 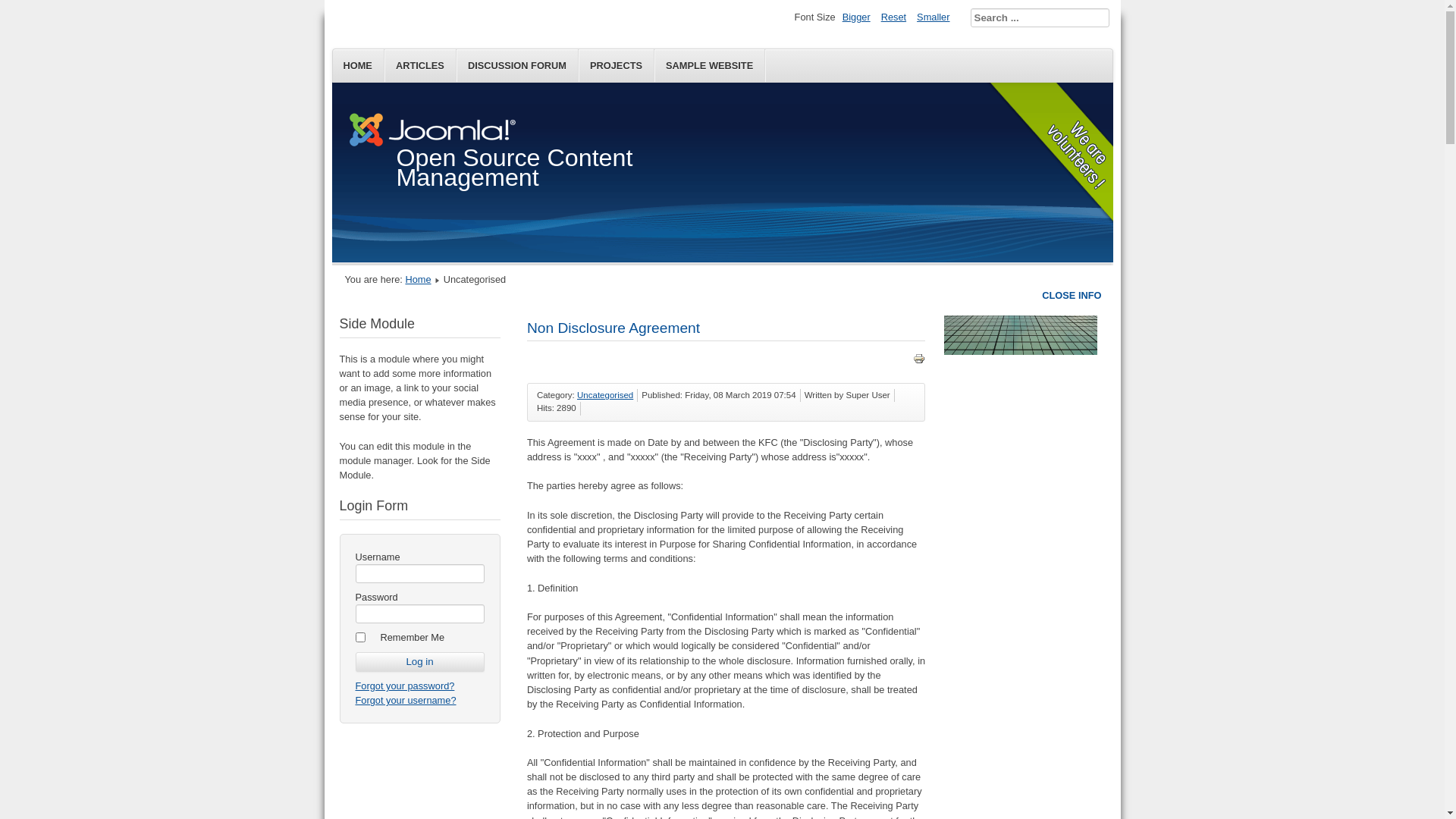 I want to click on 'Uncategorised', so click(x=604, y=394).